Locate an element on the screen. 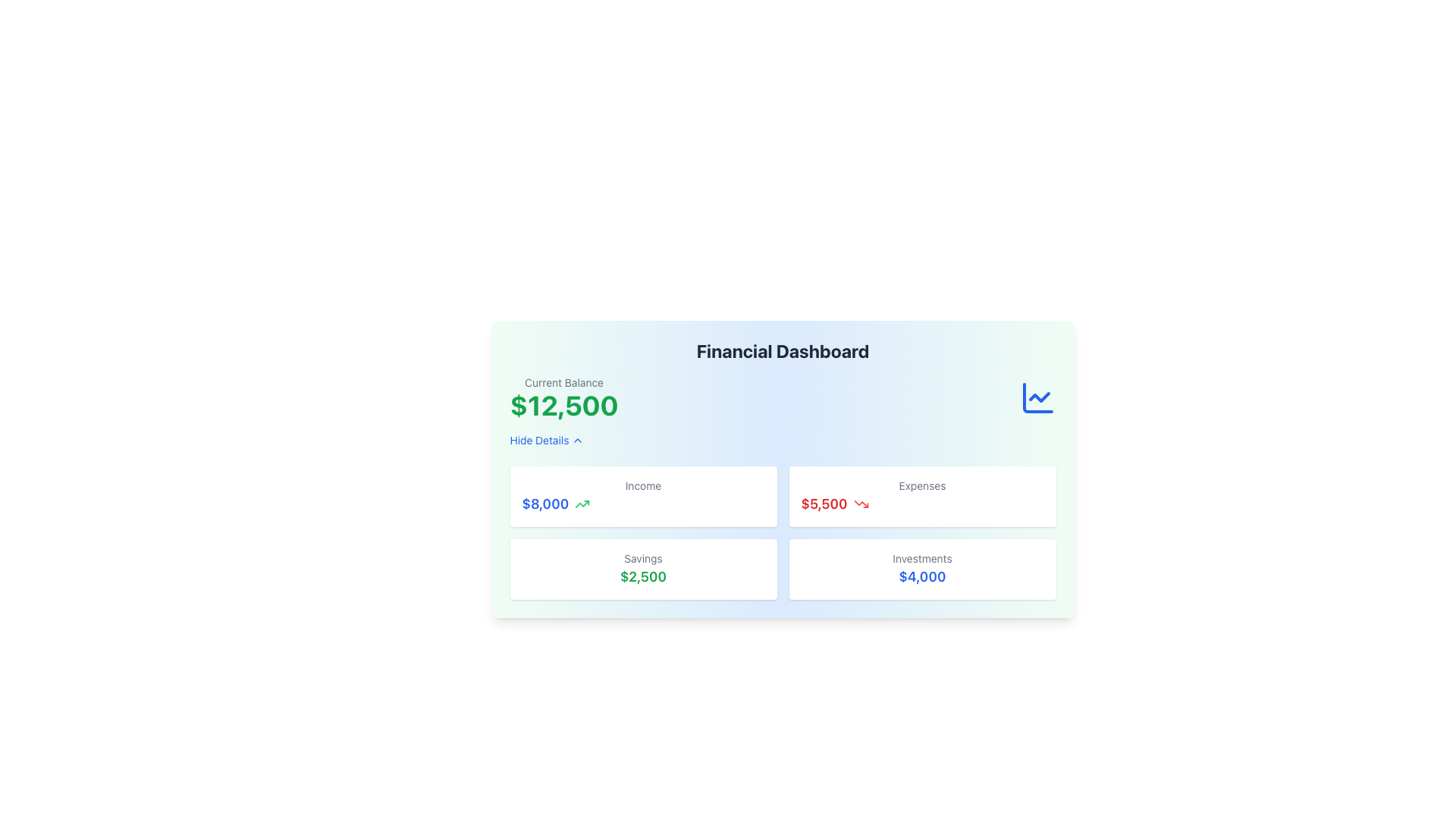 The image size is (1456, 819). the Informational Card displaying the text 'Investments' and '$4,000' located at the bottom-right of the grid structure is located at coordinates (921, 570).